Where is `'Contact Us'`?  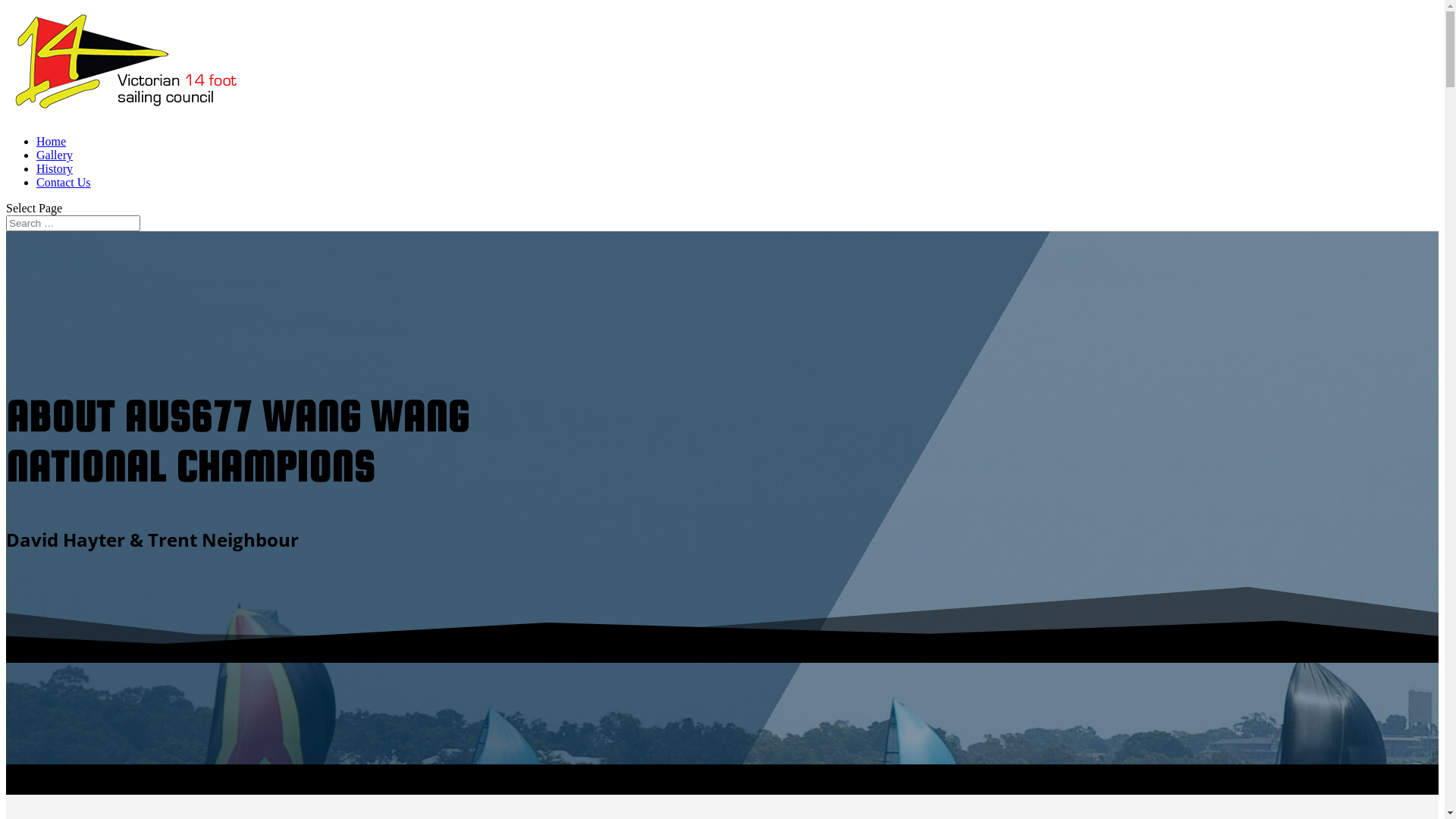
'Contact Us' is located at coordinates (62, 181).